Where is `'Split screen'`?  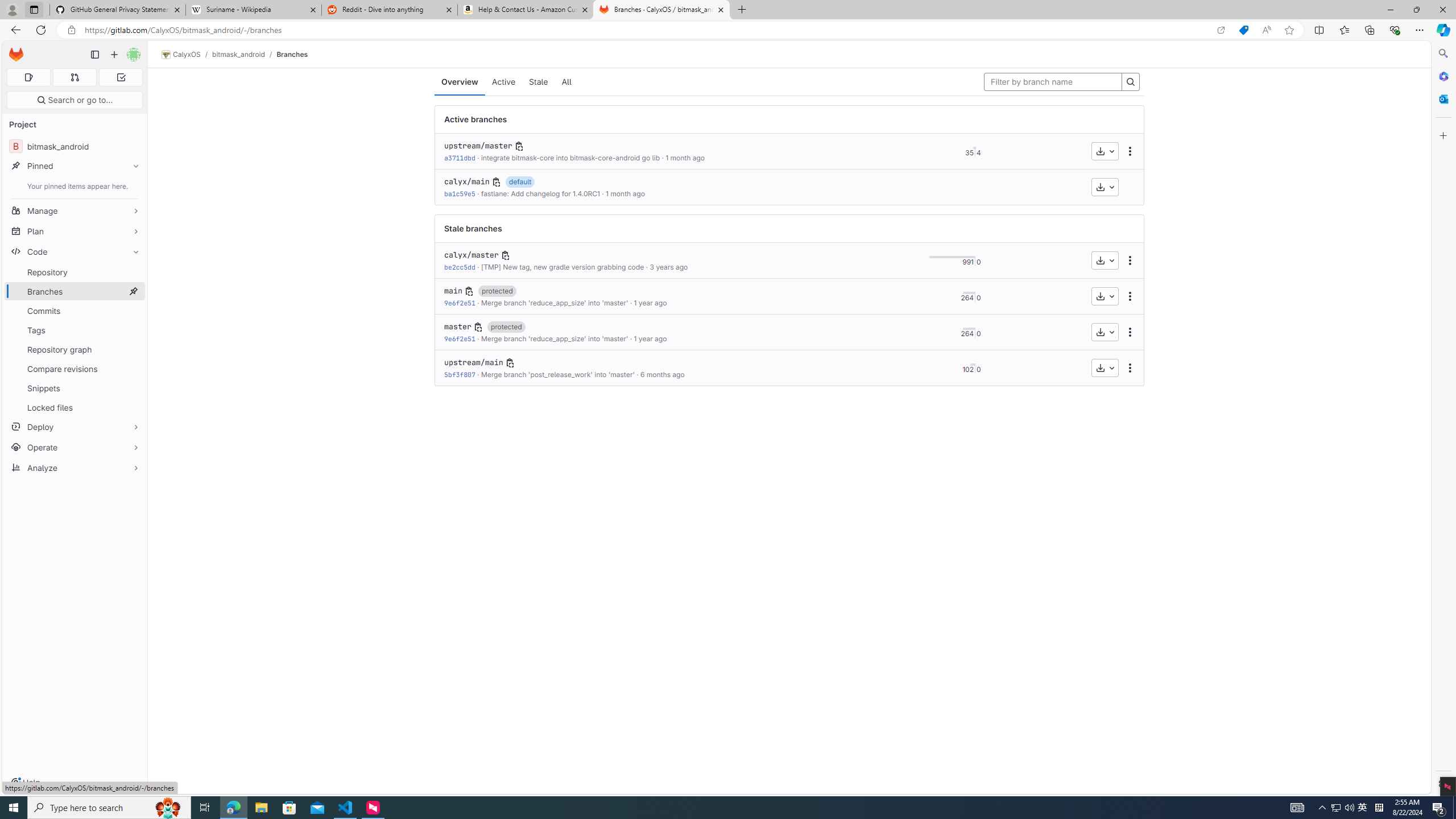
'Split screen' is located at coordinates (1319, 29).